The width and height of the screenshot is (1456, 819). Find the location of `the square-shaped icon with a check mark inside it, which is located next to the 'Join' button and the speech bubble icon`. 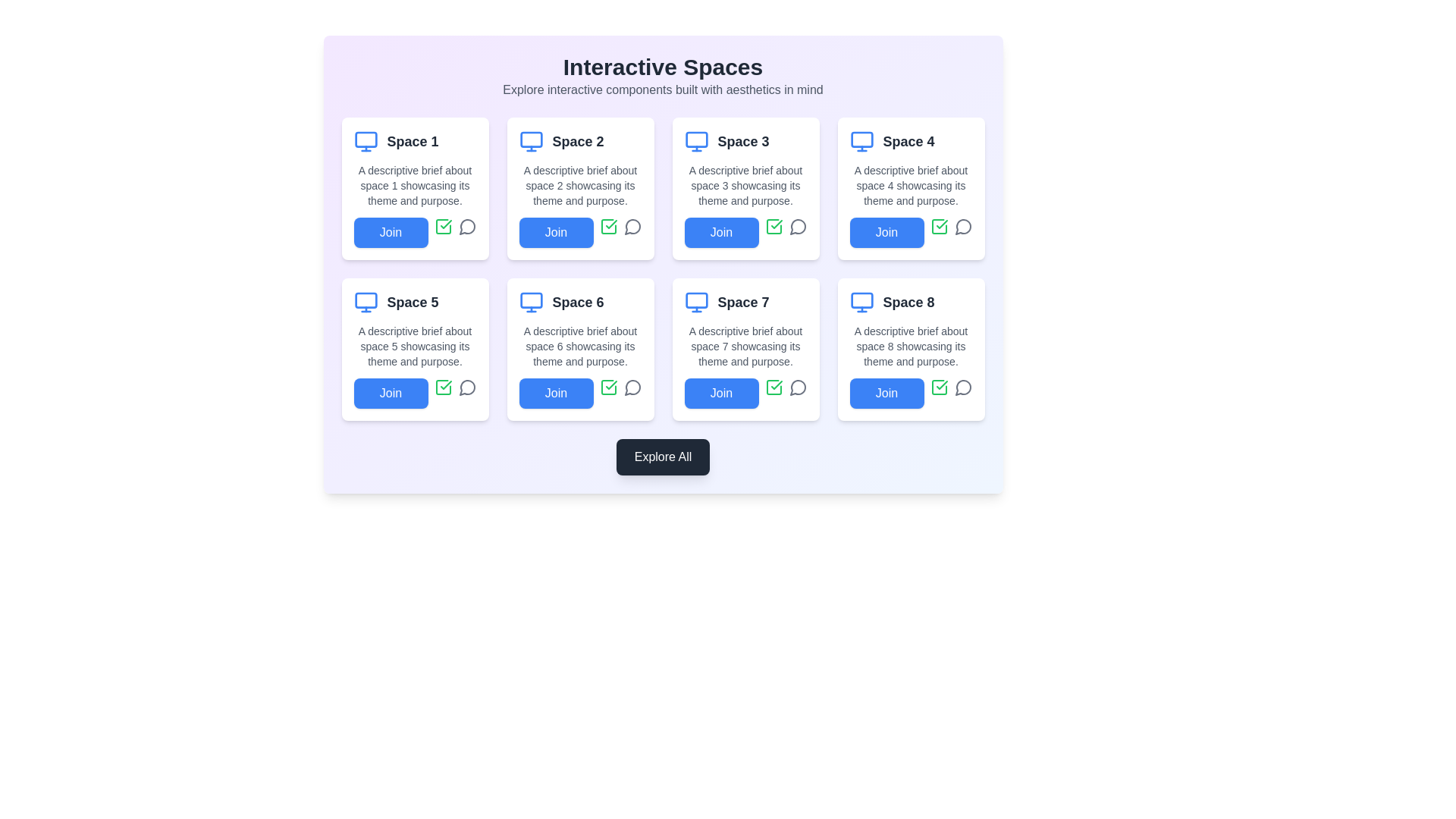

the square-shaped icon with a check mark inside it, which is located next to the 'Join' button and the speech bubble icon is located at coordinates (608, 386).